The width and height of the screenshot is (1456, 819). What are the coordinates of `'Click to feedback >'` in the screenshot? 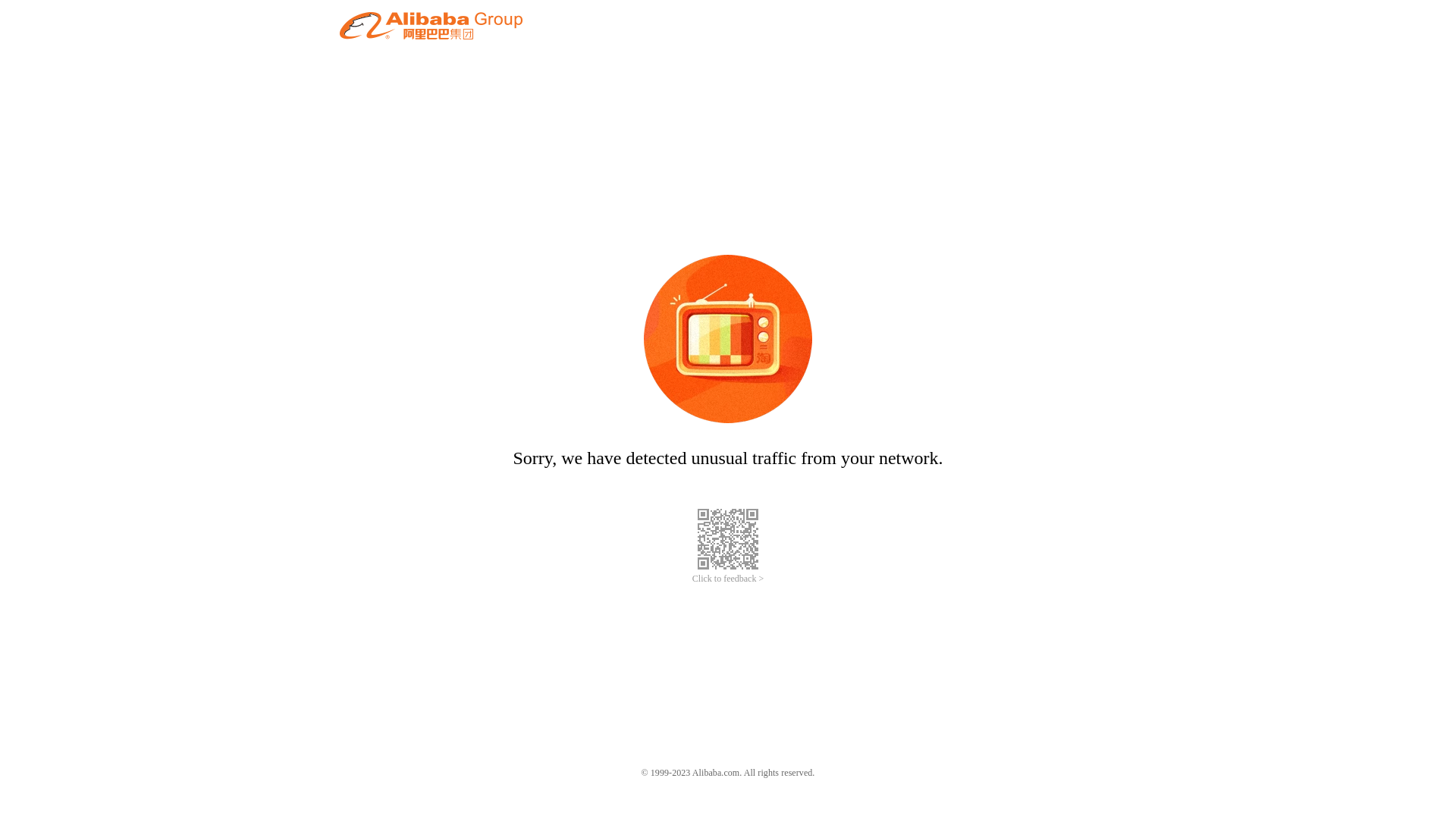 It's located at (728, 579).